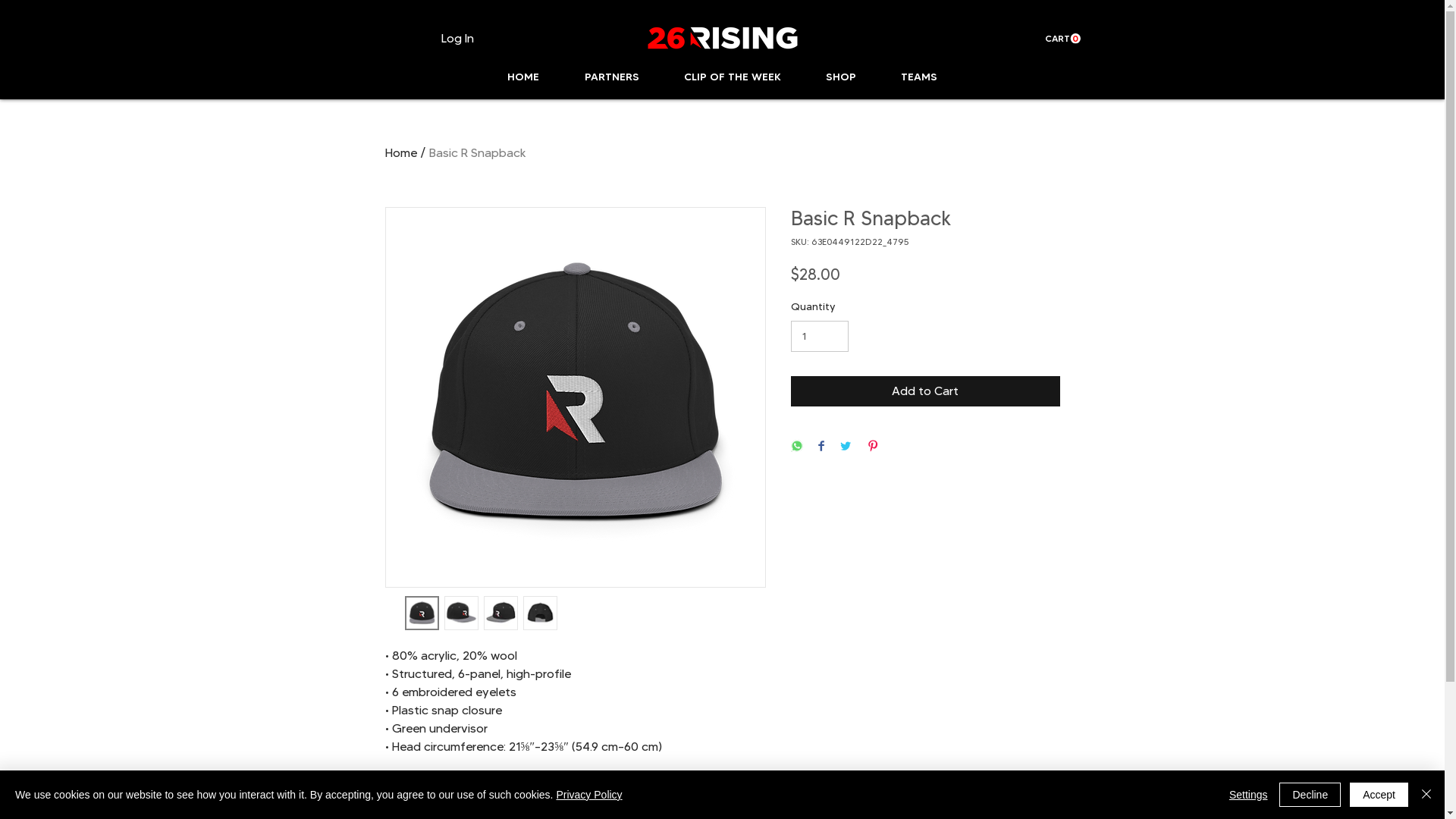 Image resolution: width=1456 pixels, height=819 pixels. Describe the element at coordinates (611, 77) in the screenshot. I see `'PARTNERS'` at that location.